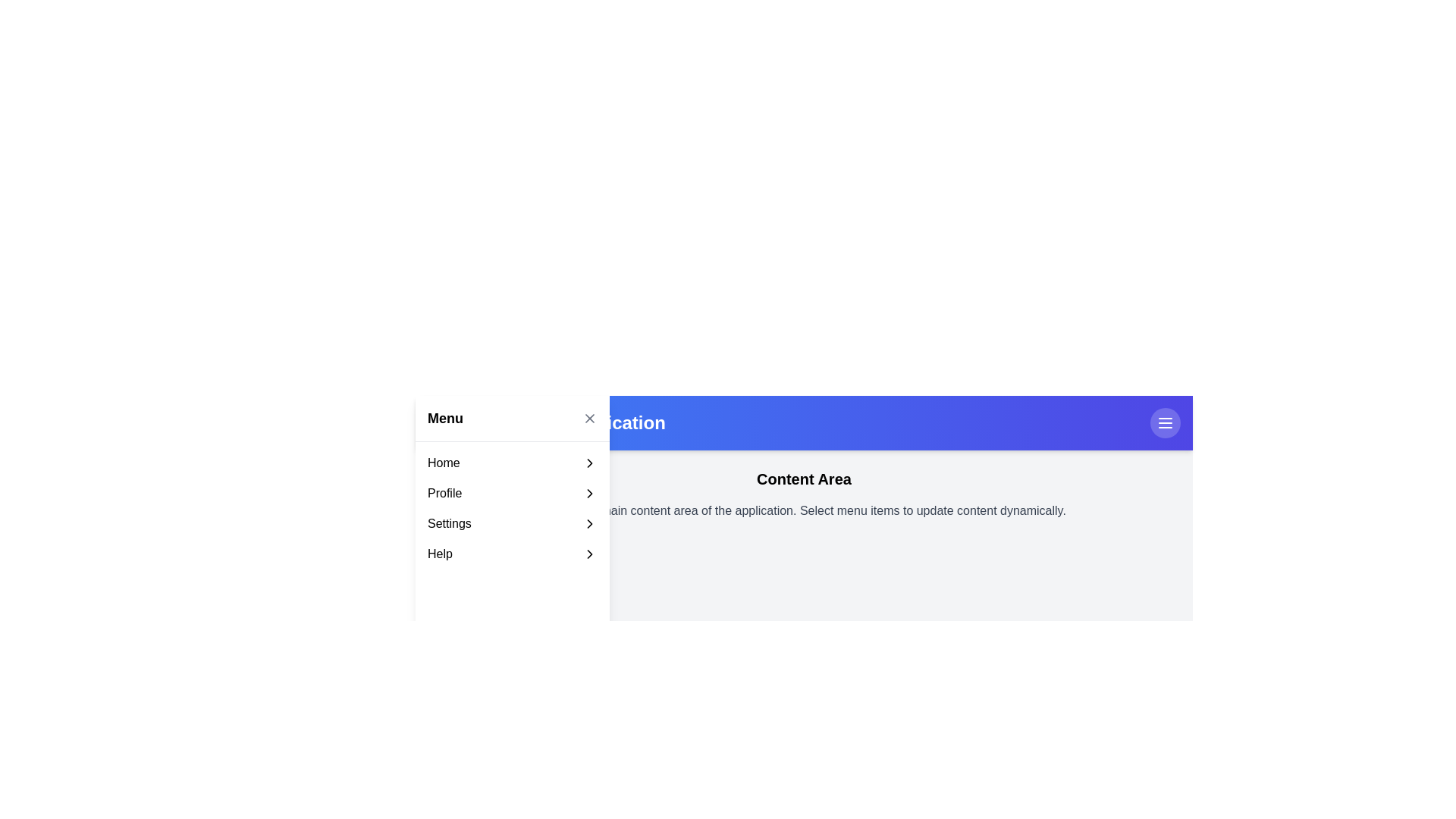 Image resolution: width=1456 pixels, height=819 pixels. What do you see at coordinates (444, 418) in the screenshot?
I see `the static text label that serves as a header for the navigation menu, located at the top-left section of the viewport` at bounding box center [444, 418].